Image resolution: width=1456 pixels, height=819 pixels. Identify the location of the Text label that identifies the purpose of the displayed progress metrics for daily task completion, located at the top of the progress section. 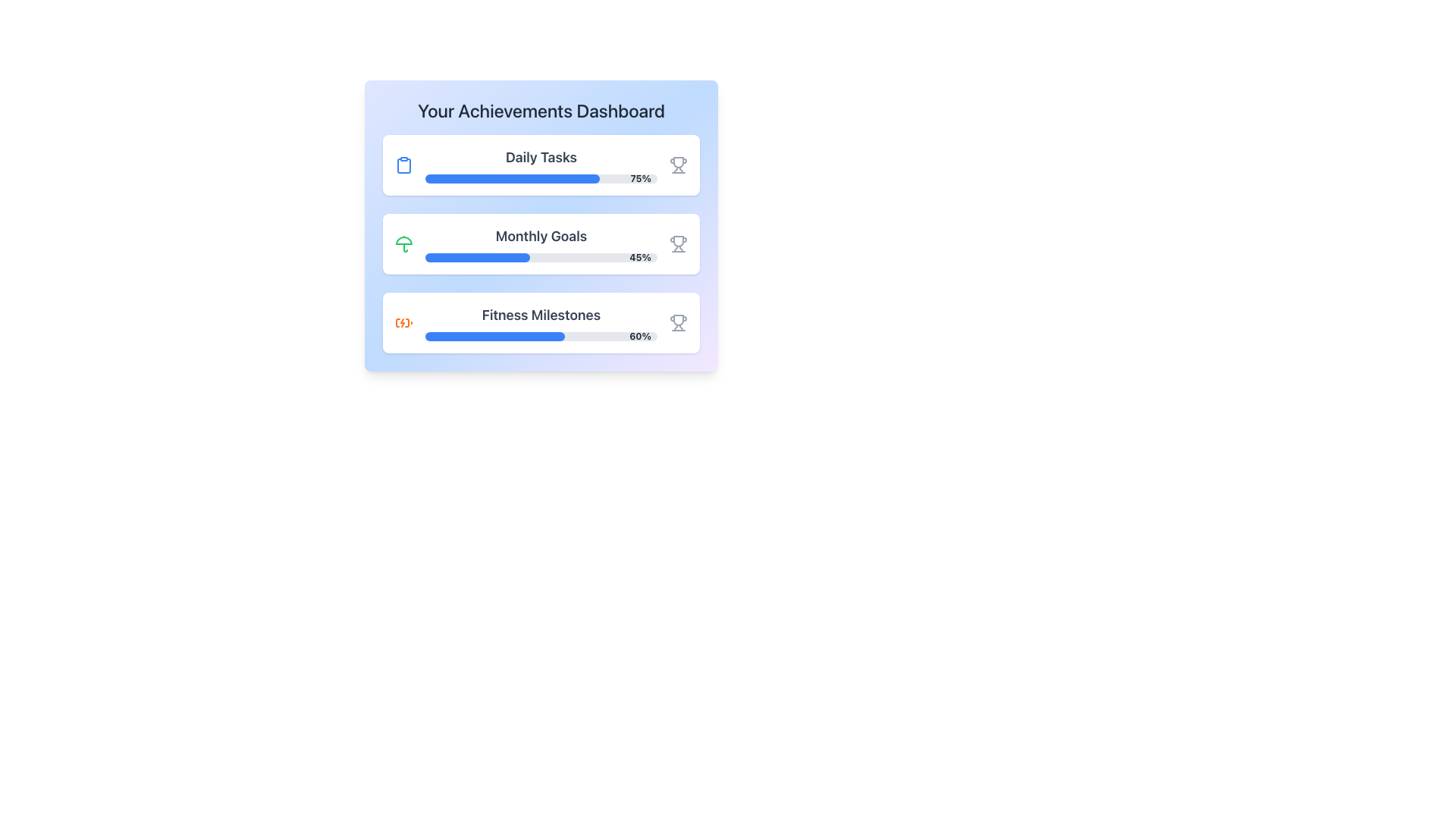
(541, 158).